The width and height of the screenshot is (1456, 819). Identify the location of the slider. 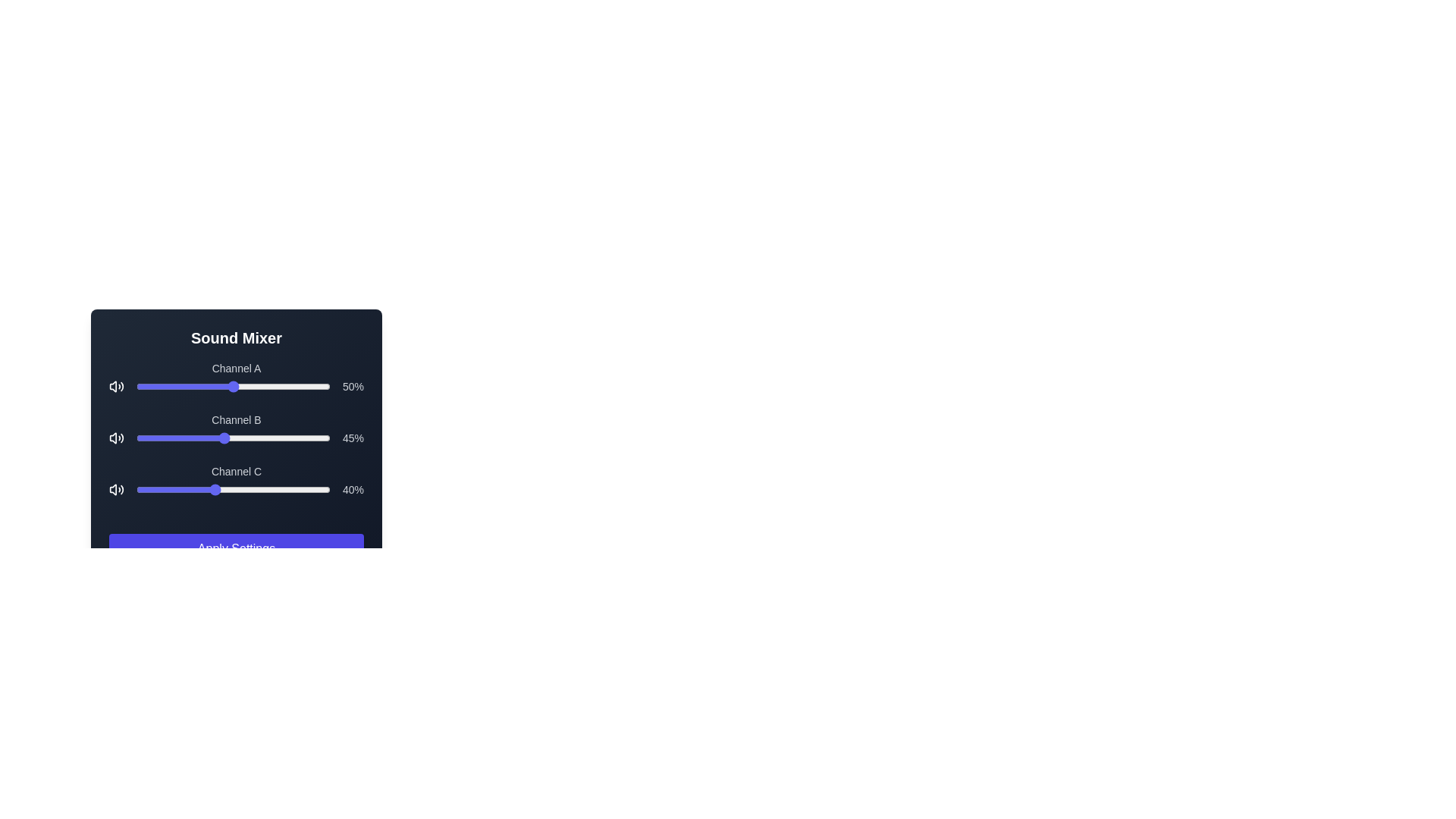
(158, 489).